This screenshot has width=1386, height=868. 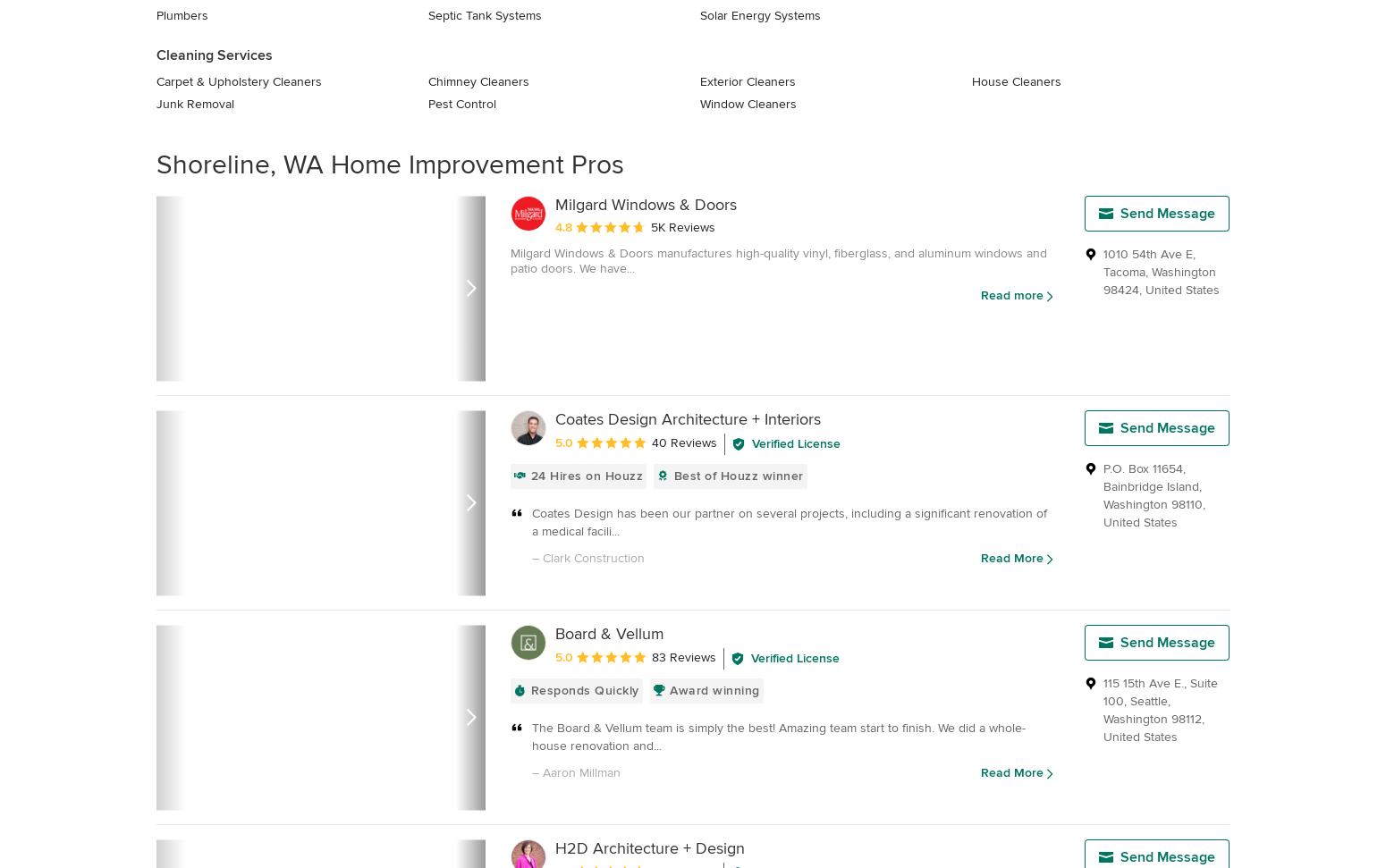 I want to click on 'Junk Removal', so click(x=194, y=104).